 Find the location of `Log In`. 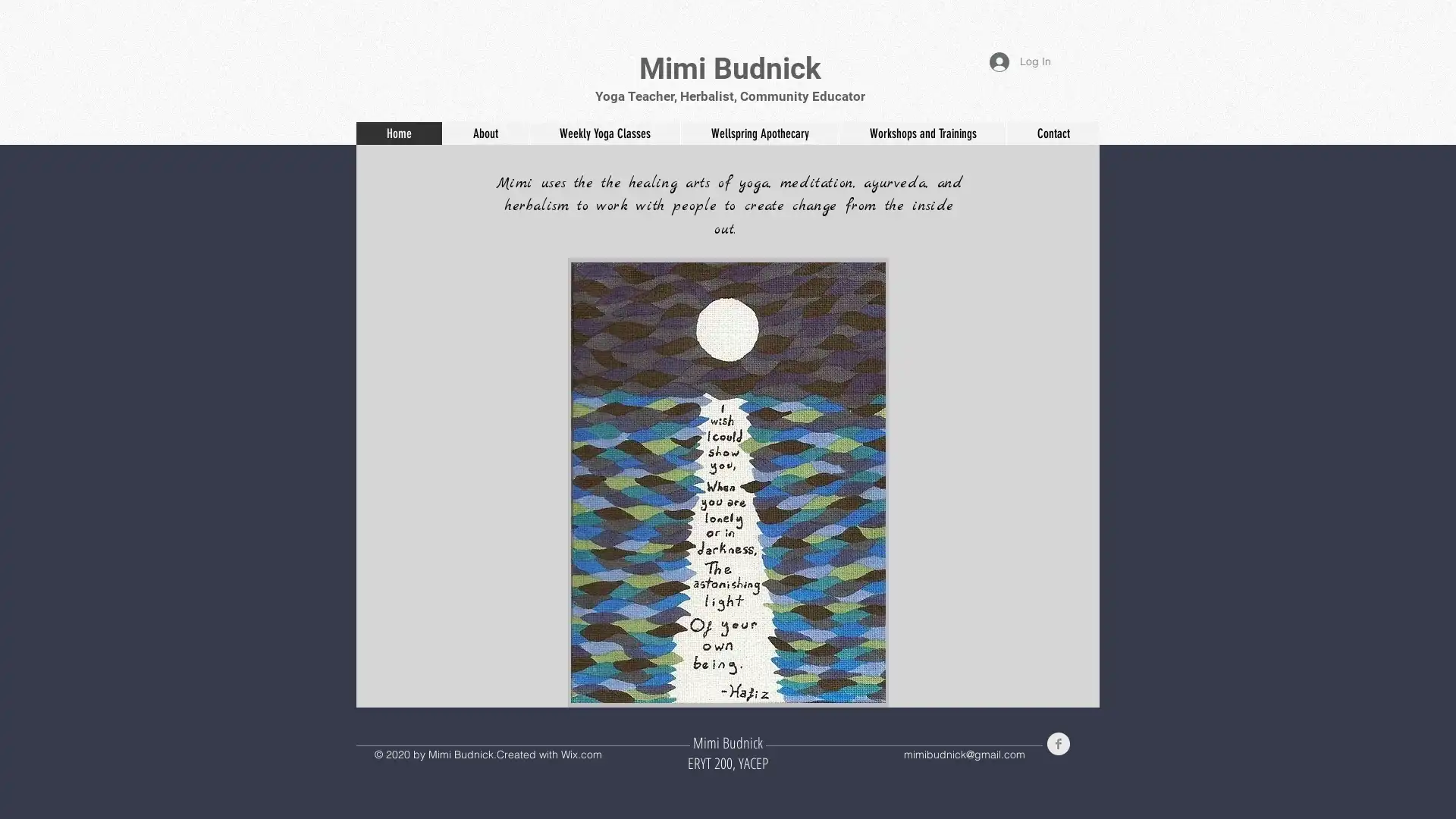

Log In is located at coordinates (1020, 61).